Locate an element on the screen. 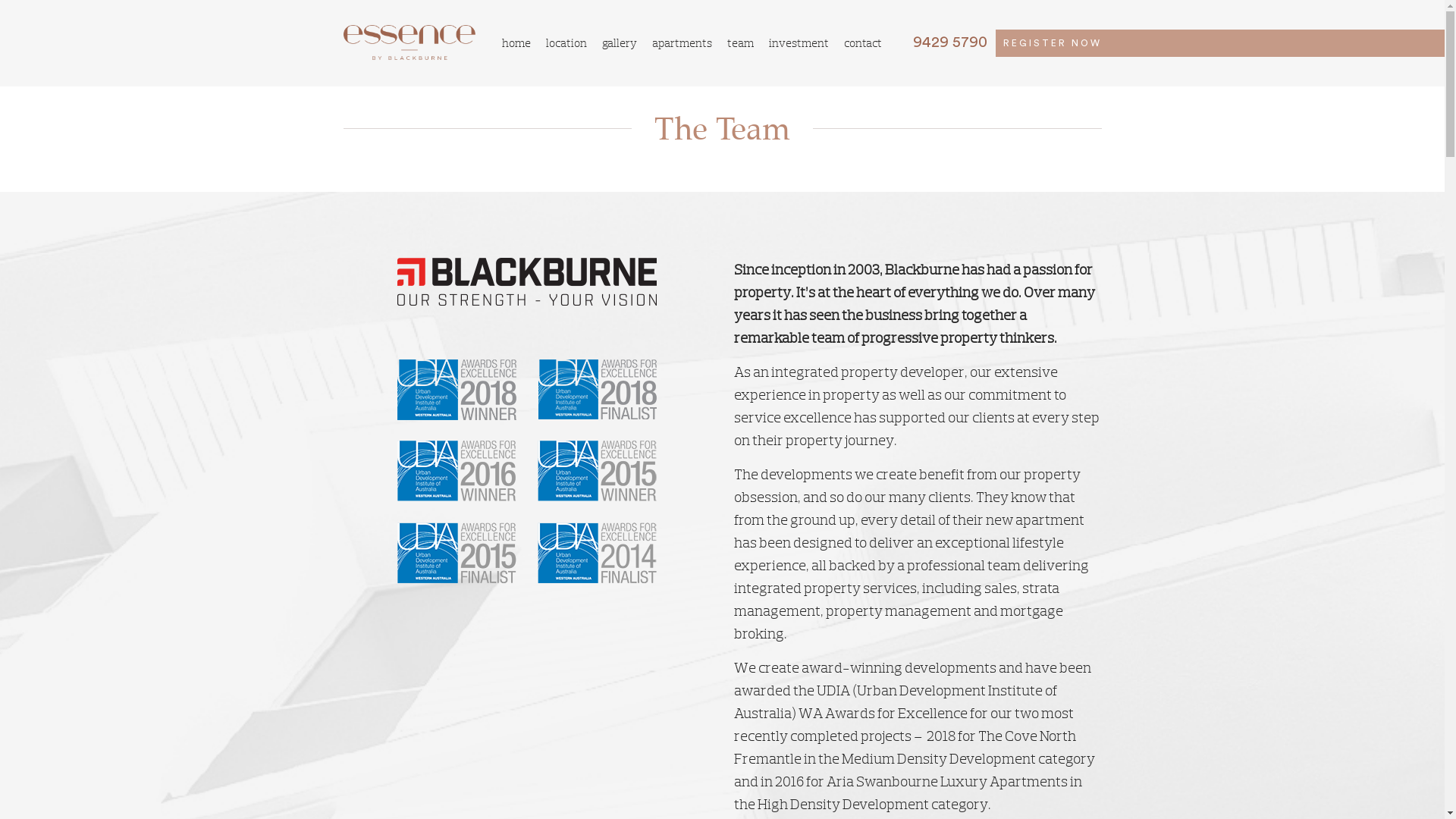 The height and width of the screenshot is (819, 1456). 'apartments' is located at coordinates (681, 42).